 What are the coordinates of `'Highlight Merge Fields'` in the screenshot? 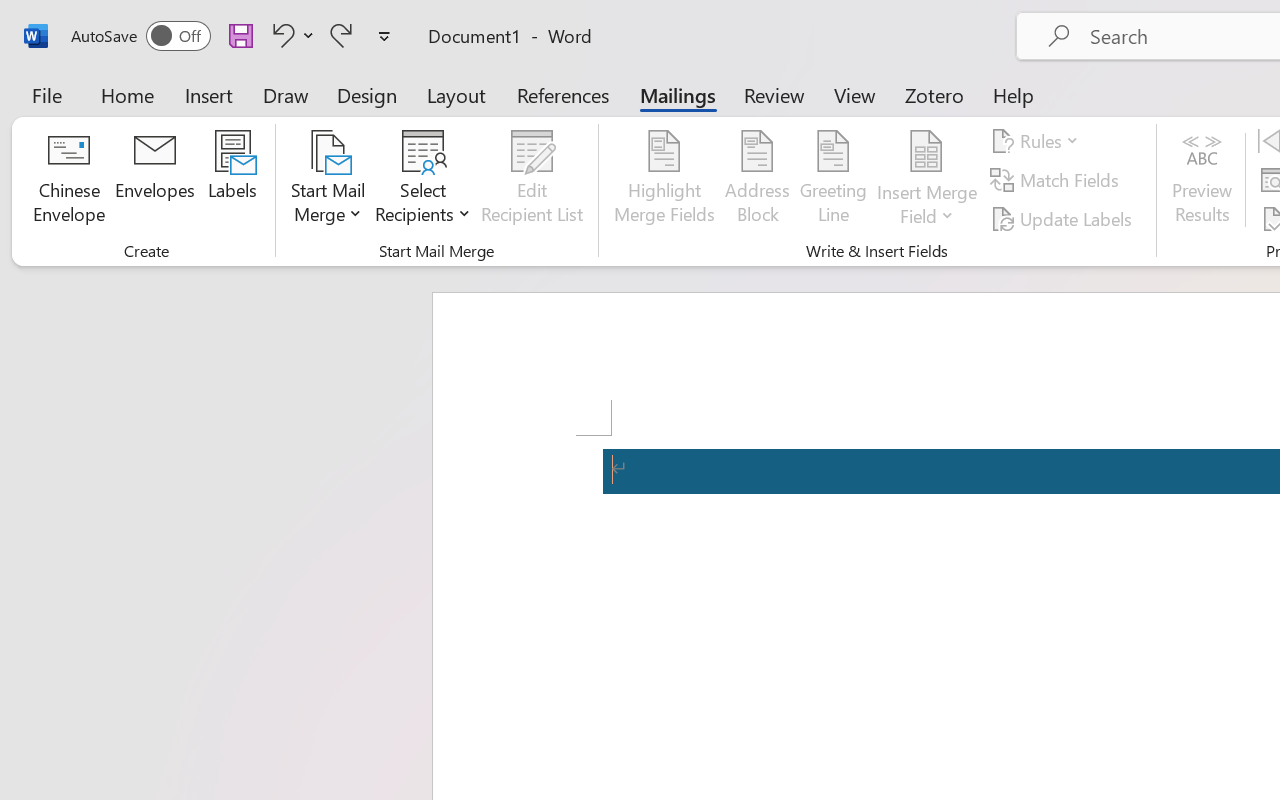 It's located at (664, 179).